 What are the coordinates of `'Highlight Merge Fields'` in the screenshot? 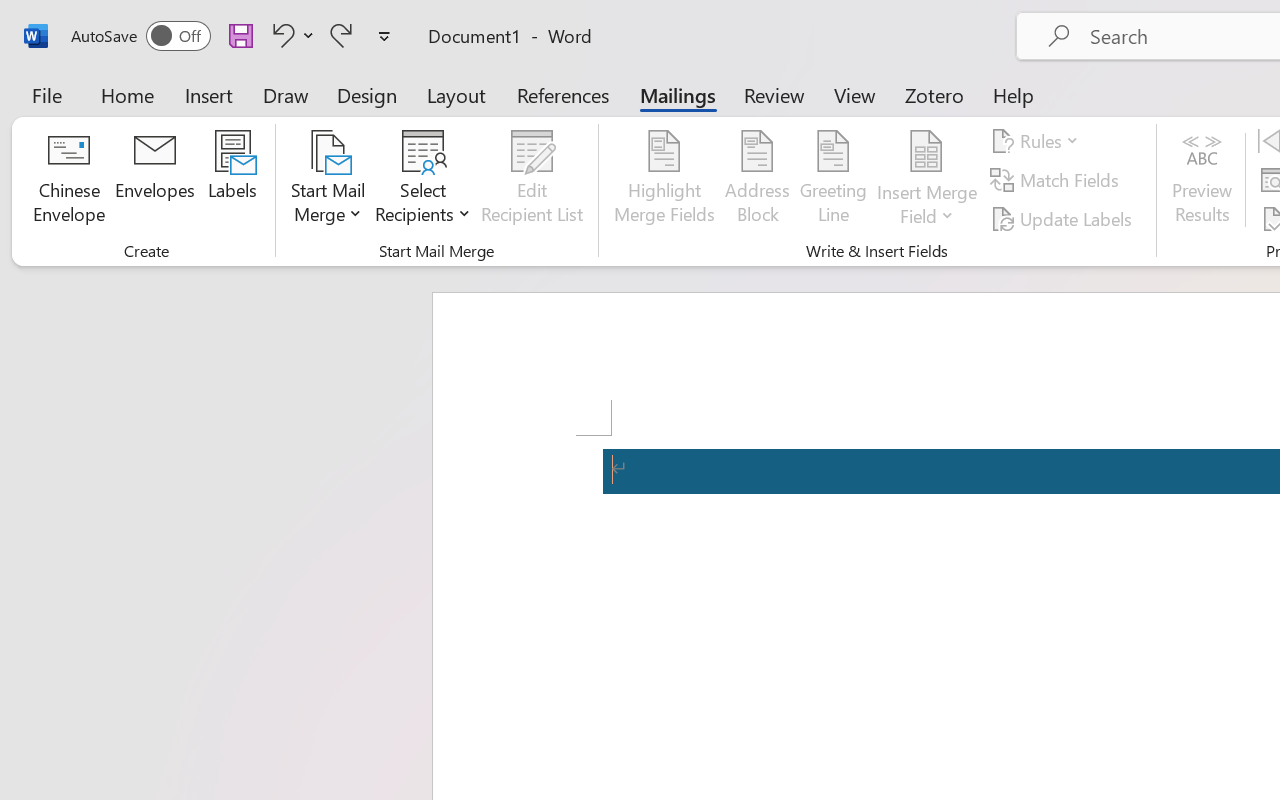 It's located at (664, 179).